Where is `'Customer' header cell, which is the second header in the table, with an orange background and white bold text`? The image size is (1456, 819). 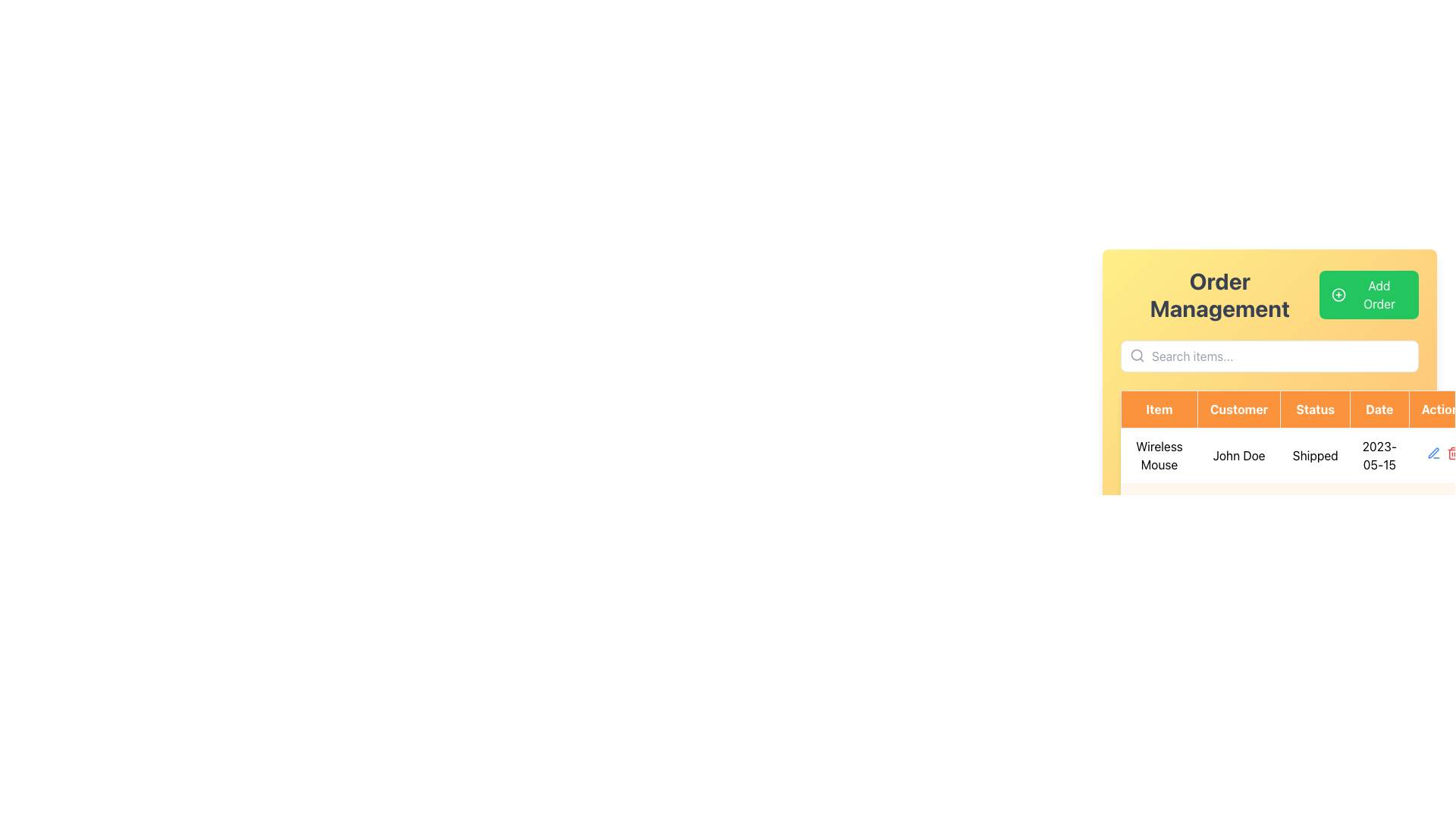
'Customer' header cell, which is the second header in the table, with an orange background and white bold text is located at coordinates (1239, 409).